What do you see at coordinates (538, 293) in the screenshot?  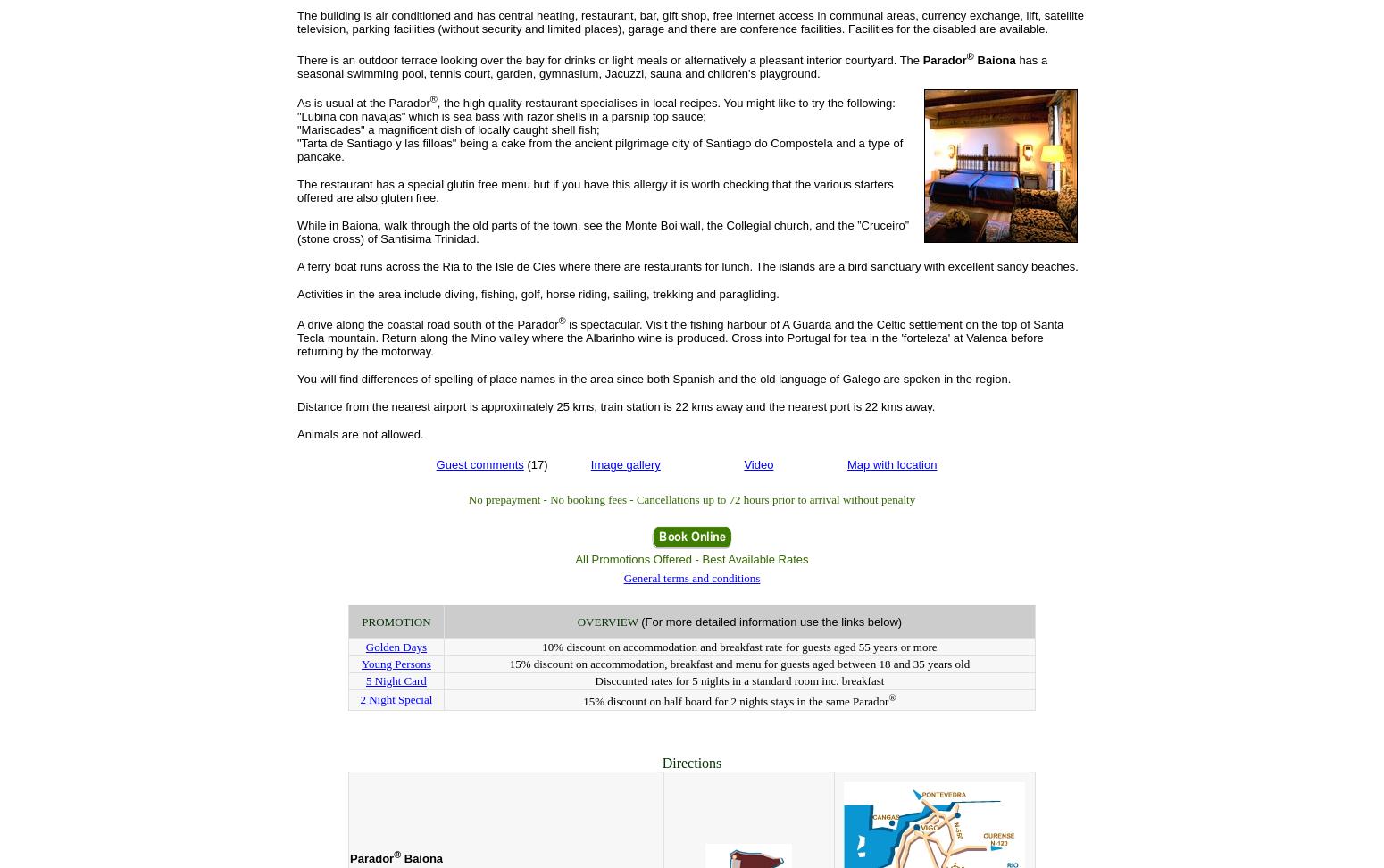 I see `'Activities in the area include diving, fishing, golf, horse riding,
sailing, trekking and paragliding.'` at bounding box center [538, 293].